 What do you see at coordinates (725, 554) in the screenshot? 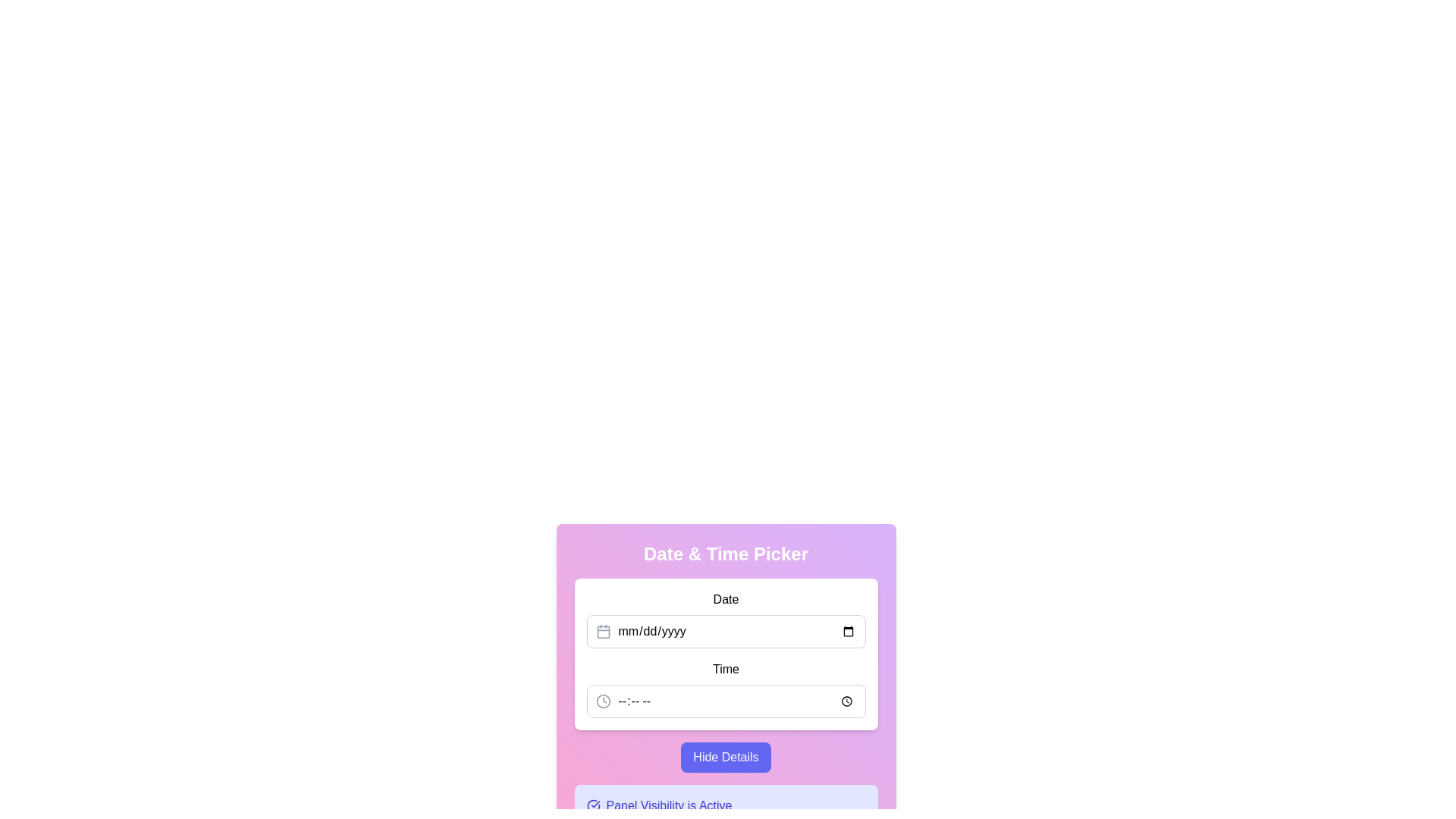
I see `the title text labeled 'Date & Time Picker', which is prominently displayed in a large, bold font with white color against a gradient purple and pink background at the top of the card-like component` at bounding box center [725, 554].